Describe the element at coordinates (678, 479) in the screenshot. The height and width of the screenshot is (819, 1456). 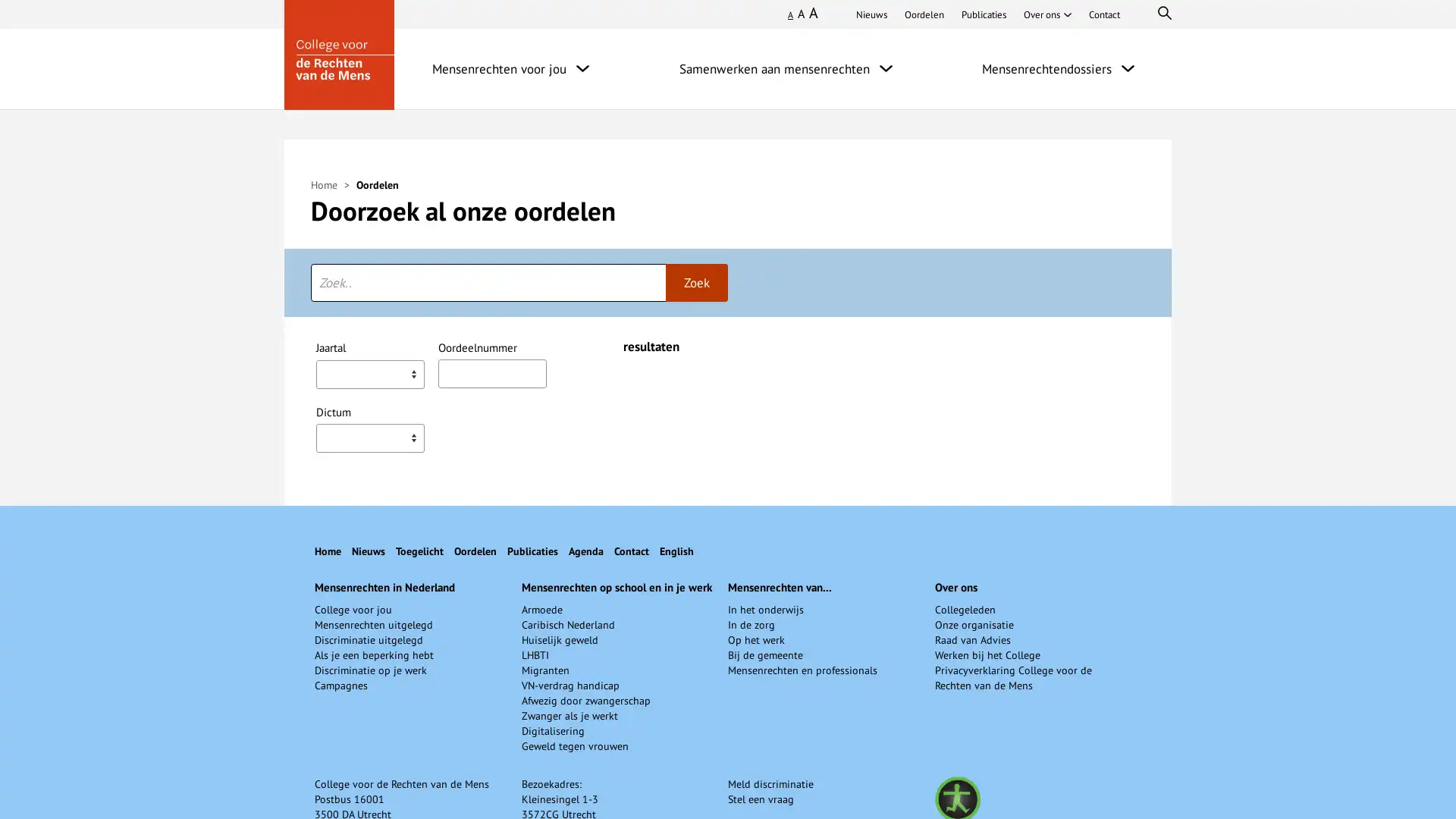
I see `Geslacht` at that location.